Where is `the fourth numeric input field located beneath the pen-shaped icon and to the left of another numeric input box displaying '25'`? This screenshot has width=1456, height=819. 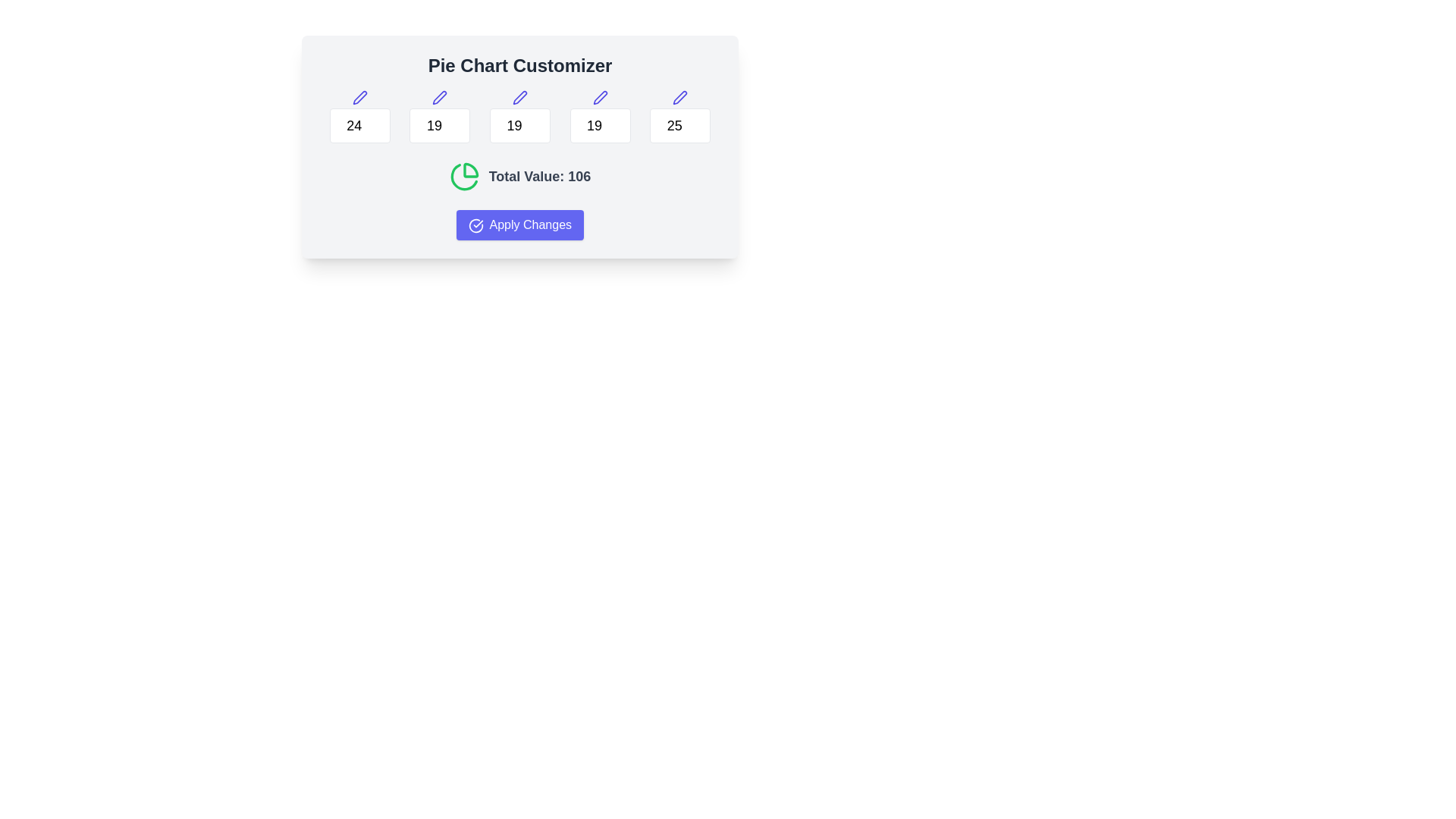
the fourth numeric input field located beneath the pen-shaped icon and to the left of another numeric input box displaying '25' is located at coordinates (599, 124).